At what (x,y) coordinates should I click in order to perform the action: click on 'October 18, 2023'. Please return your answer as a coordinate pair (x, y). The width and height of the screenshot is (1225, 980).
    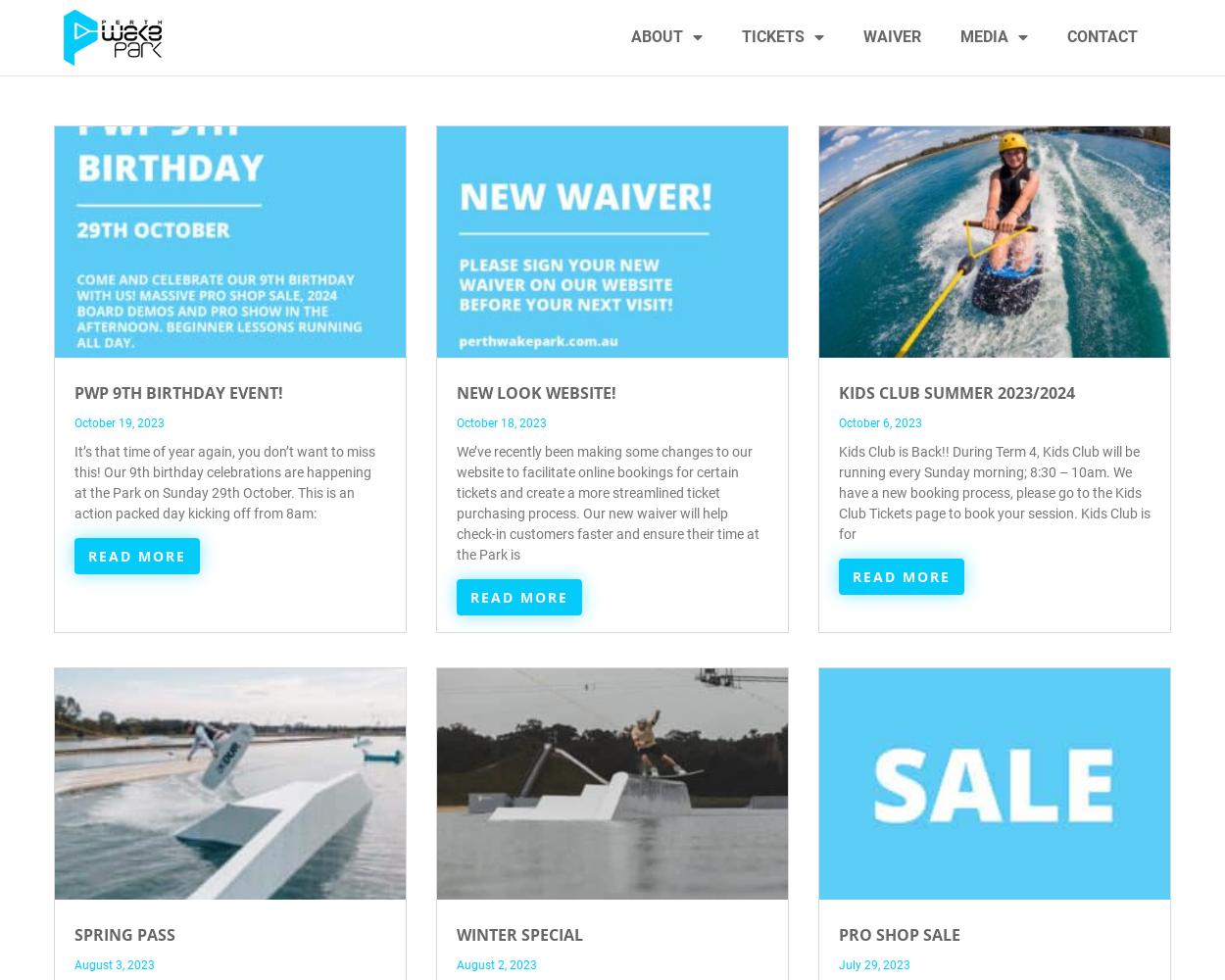
    Looking at the image, I should click on (502, 423).